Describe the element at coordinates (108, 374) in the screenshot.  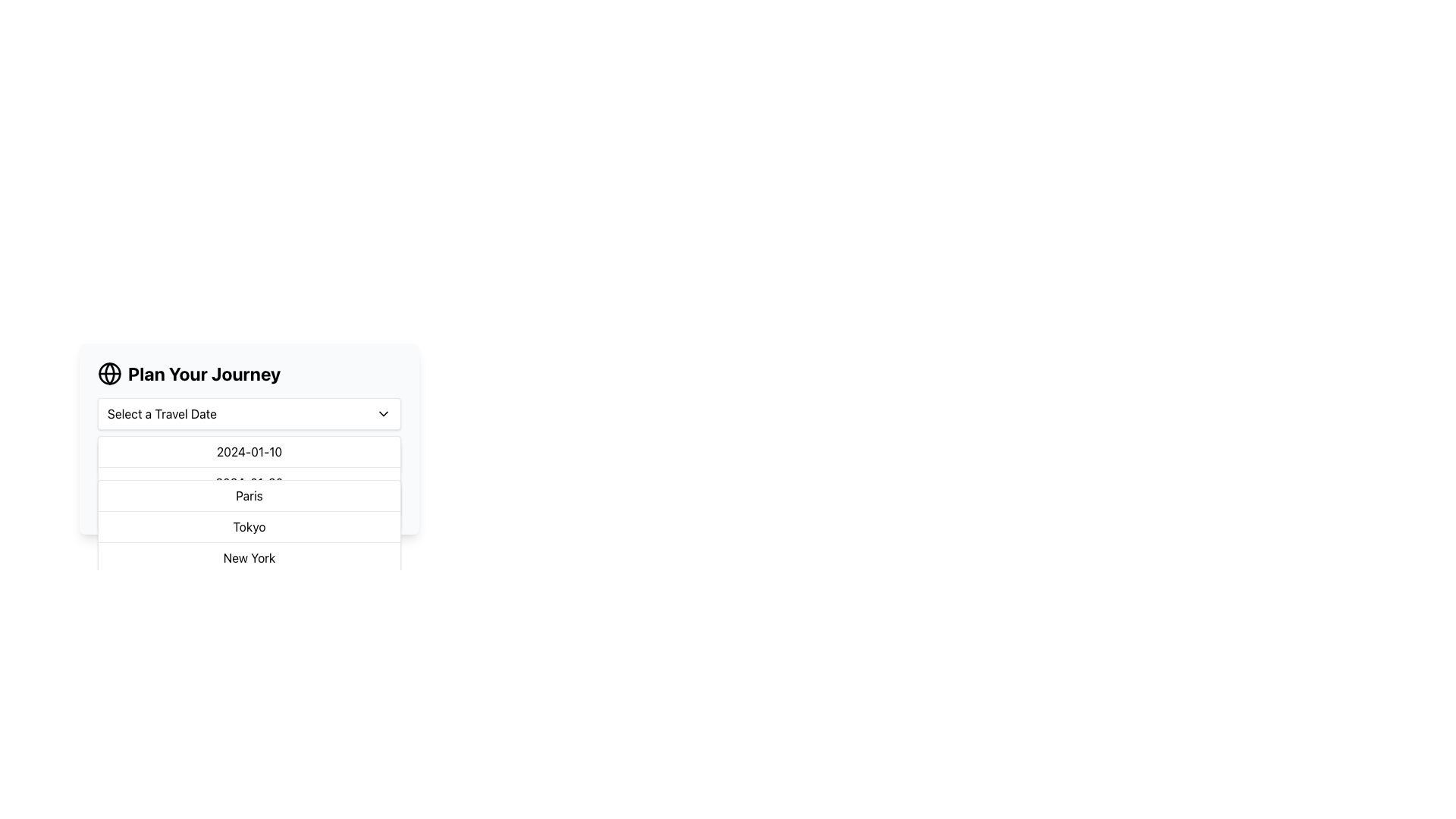
I see `the black globe icon, which is a circular emblem with intersecting lines, located to the left of the text 'Plan Your Journey'` at that location.